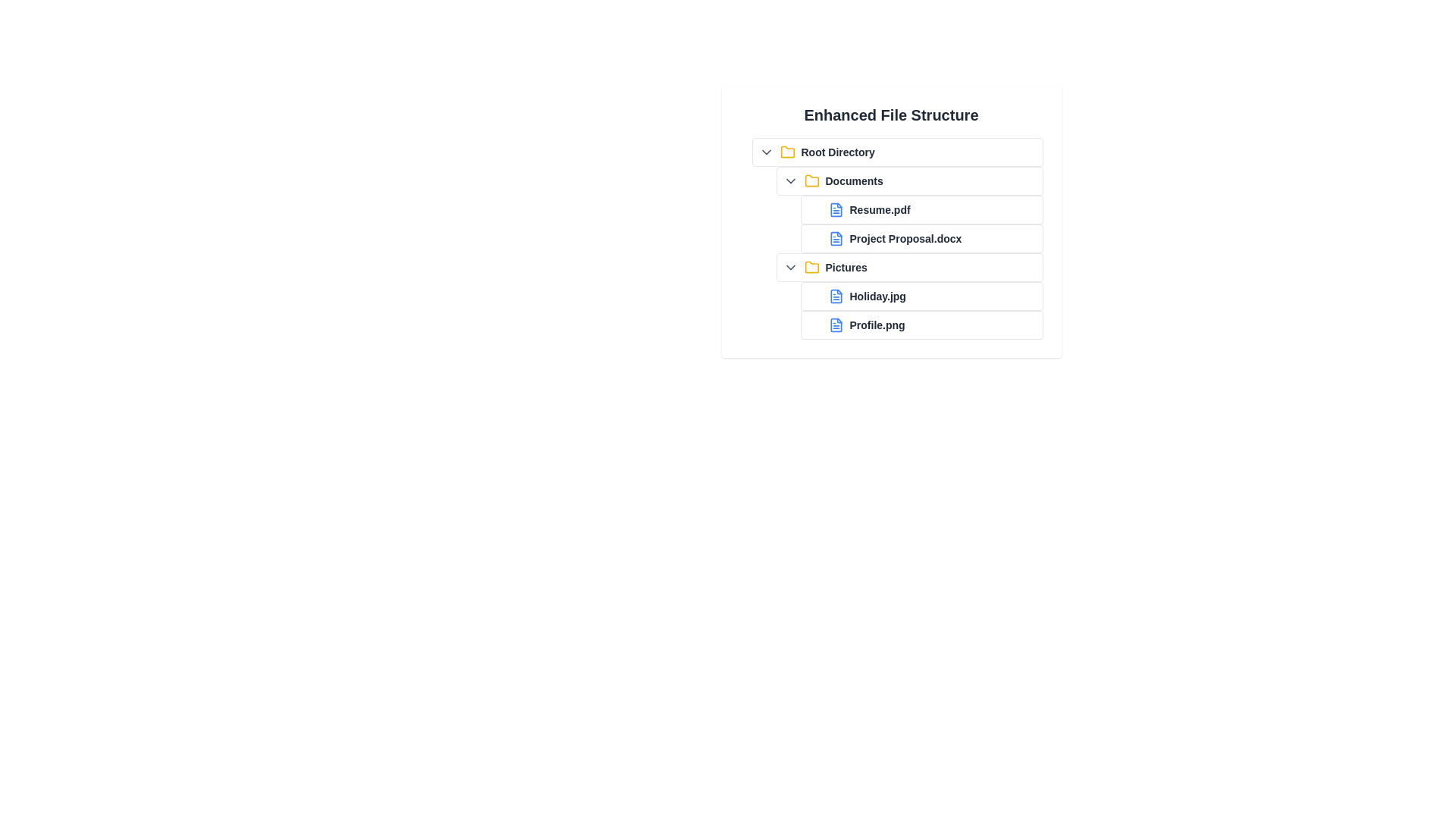  Describe the element at coordinates (905, 239) in the screenshot. I see `the second textual label in the file list representing the file 'Project Proposal.docx'` at that location.